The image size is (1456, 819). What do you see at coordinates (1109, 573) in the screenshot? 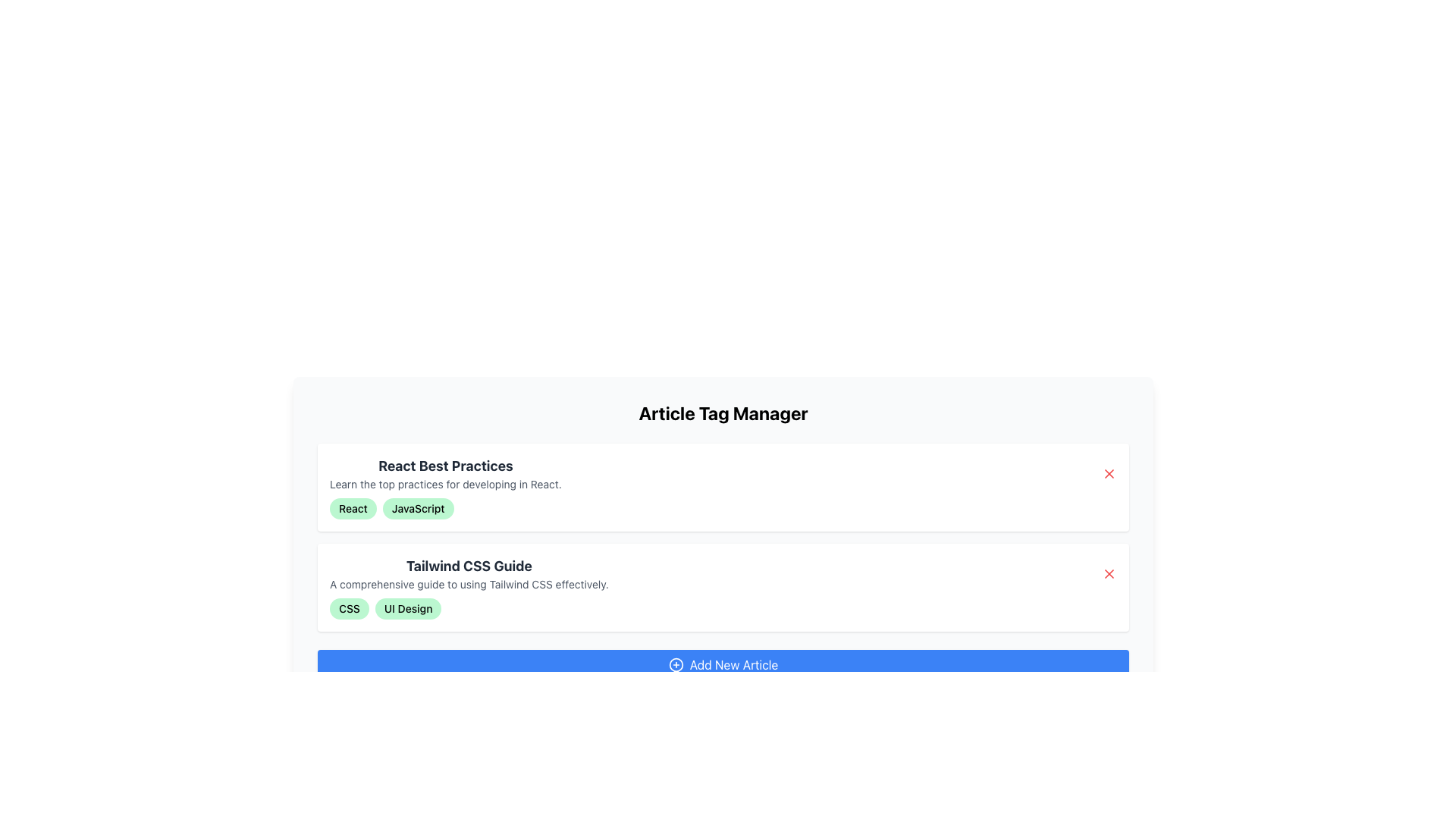
I see `the red 'X' icon button located on the right side of the second row, adjacent to the article metadata and tags` at bounding box center [1109, 573].